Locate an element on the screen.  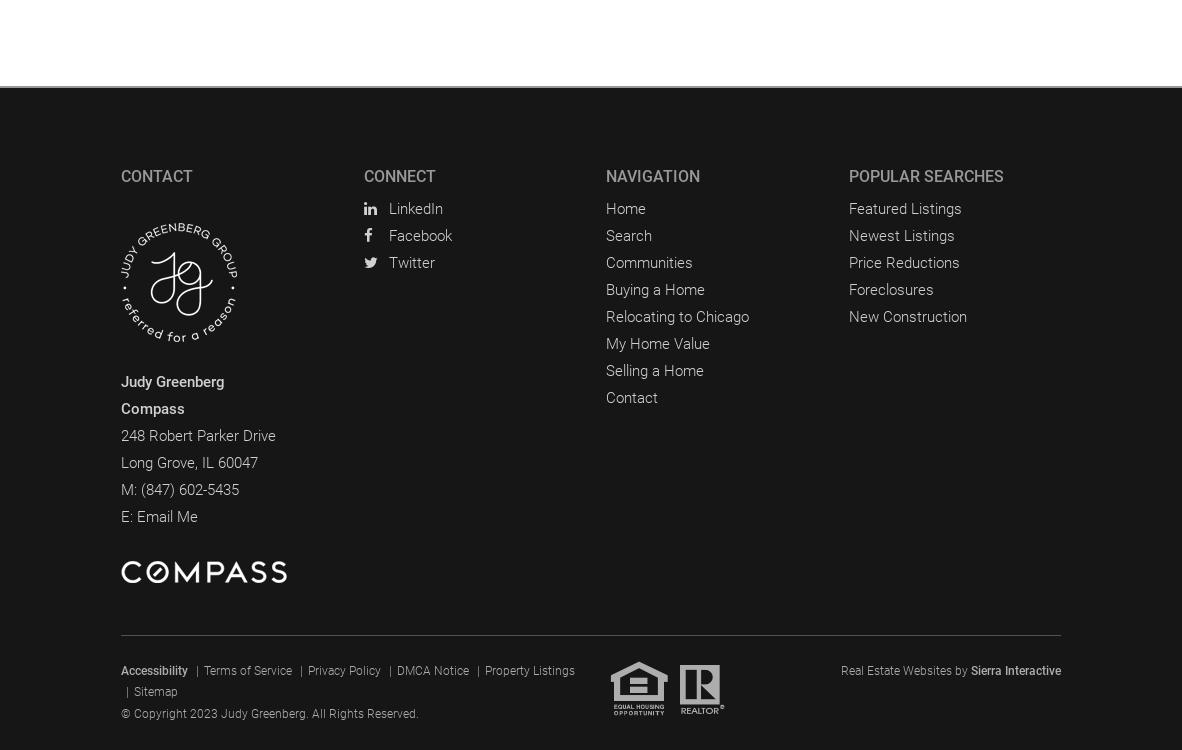
'M:' is located at coordinates (130, 488).